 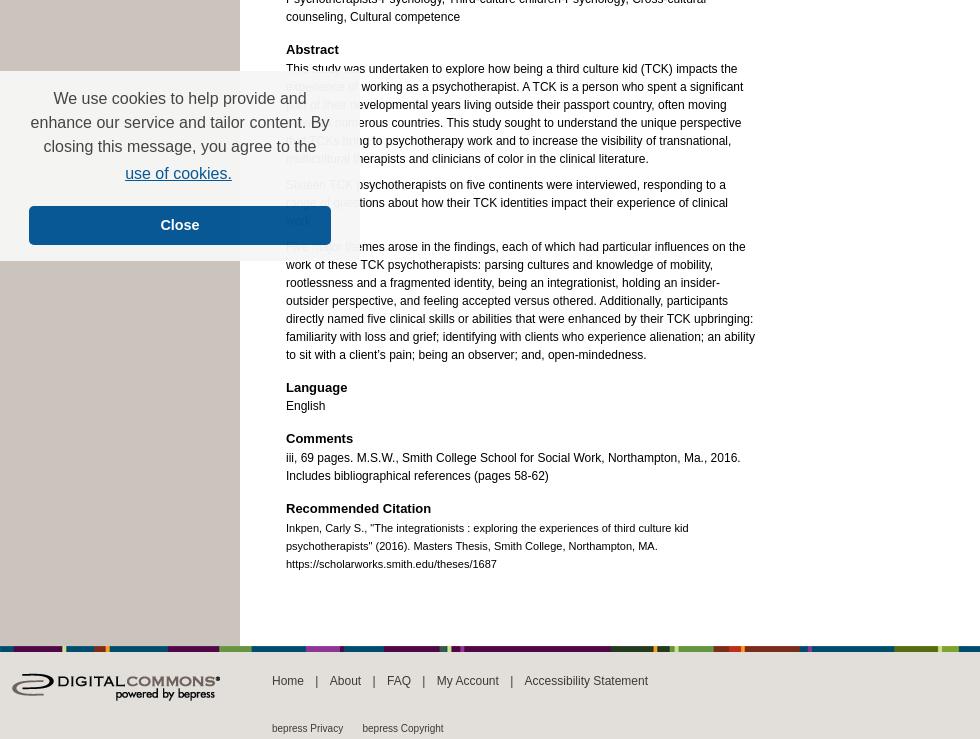 What do you see at coordinates (514, 112) in the screenshot?
I see `'This study was undertaken to explore how being a third culture kid (TCK) impacts the experience of working as a psychotherapist. A TCK is a person who spent a significant part of their developmental years living outside their passport country, often moving between numerous countries. This study sought to understand the unique perspective that TCKs bring to psychotherapy work and to increase the visibility of transnational, multicultural therapists and clinicians of color in the clinical literature.'` at bounding box center [514, 112].